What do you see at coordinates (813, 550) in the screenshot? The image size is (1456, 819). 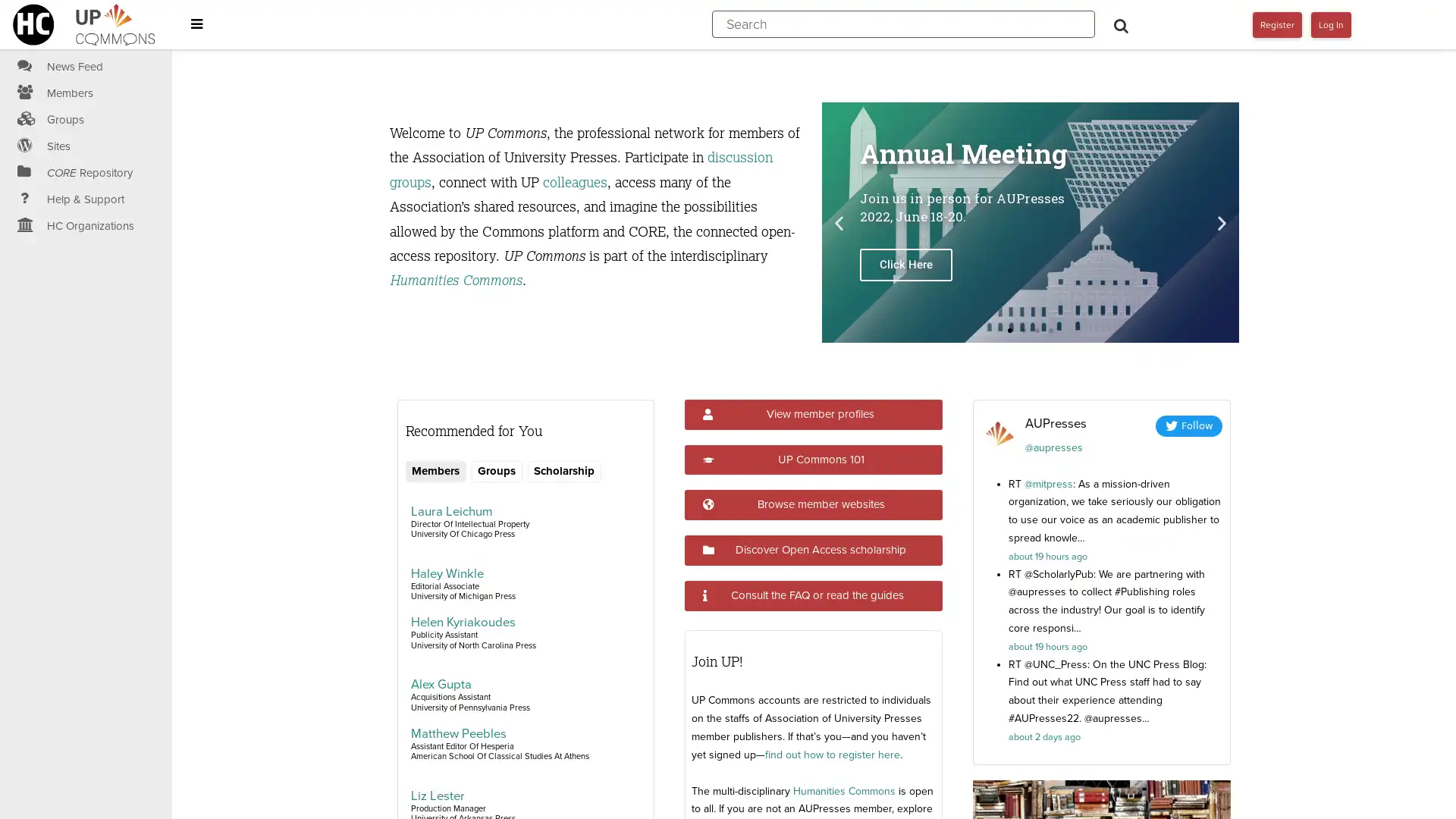 I see `Discover Open Access scholarship` at bounding box center [813, 550].